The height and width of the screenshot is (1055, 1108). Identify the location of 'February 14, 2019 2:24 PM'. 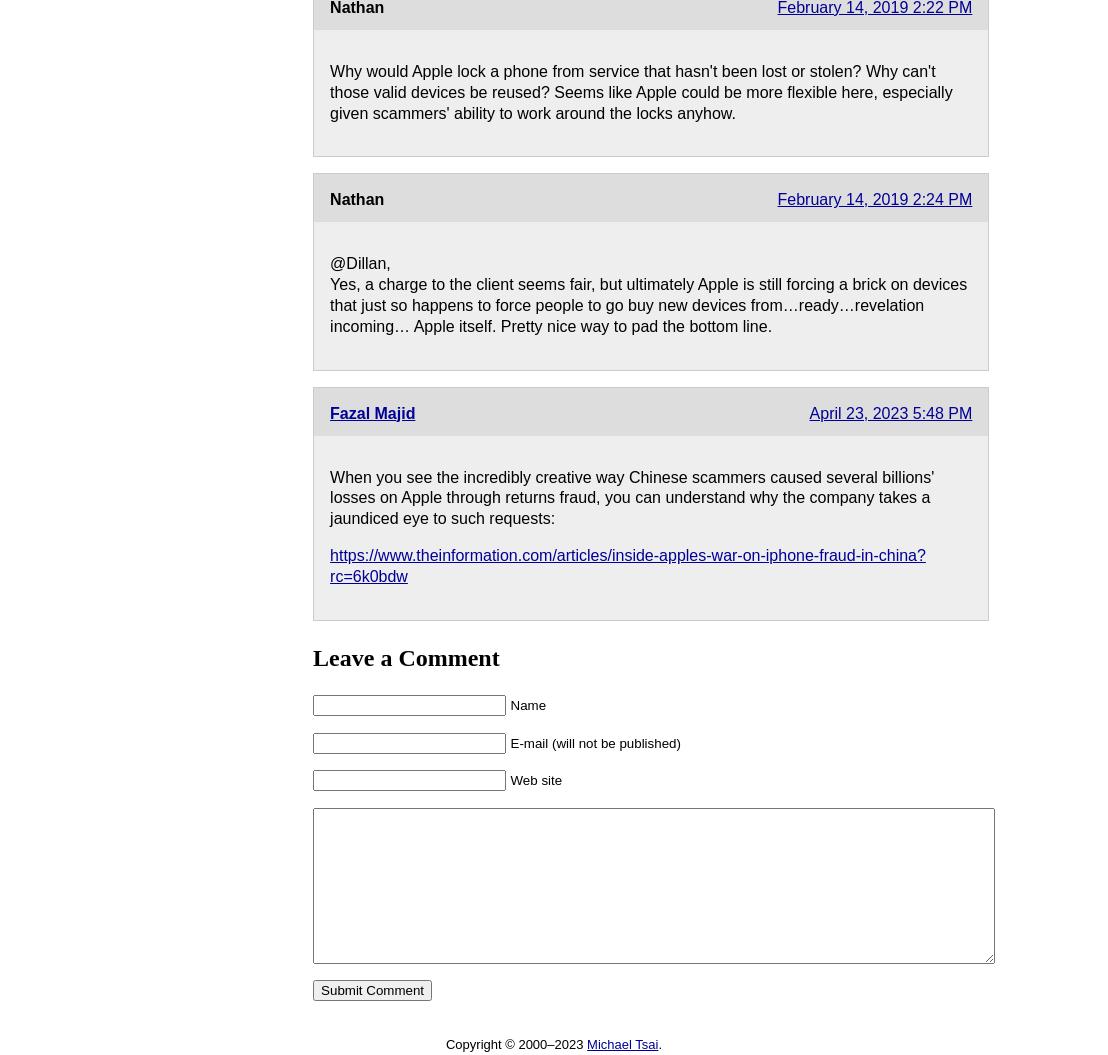
(777, 198).